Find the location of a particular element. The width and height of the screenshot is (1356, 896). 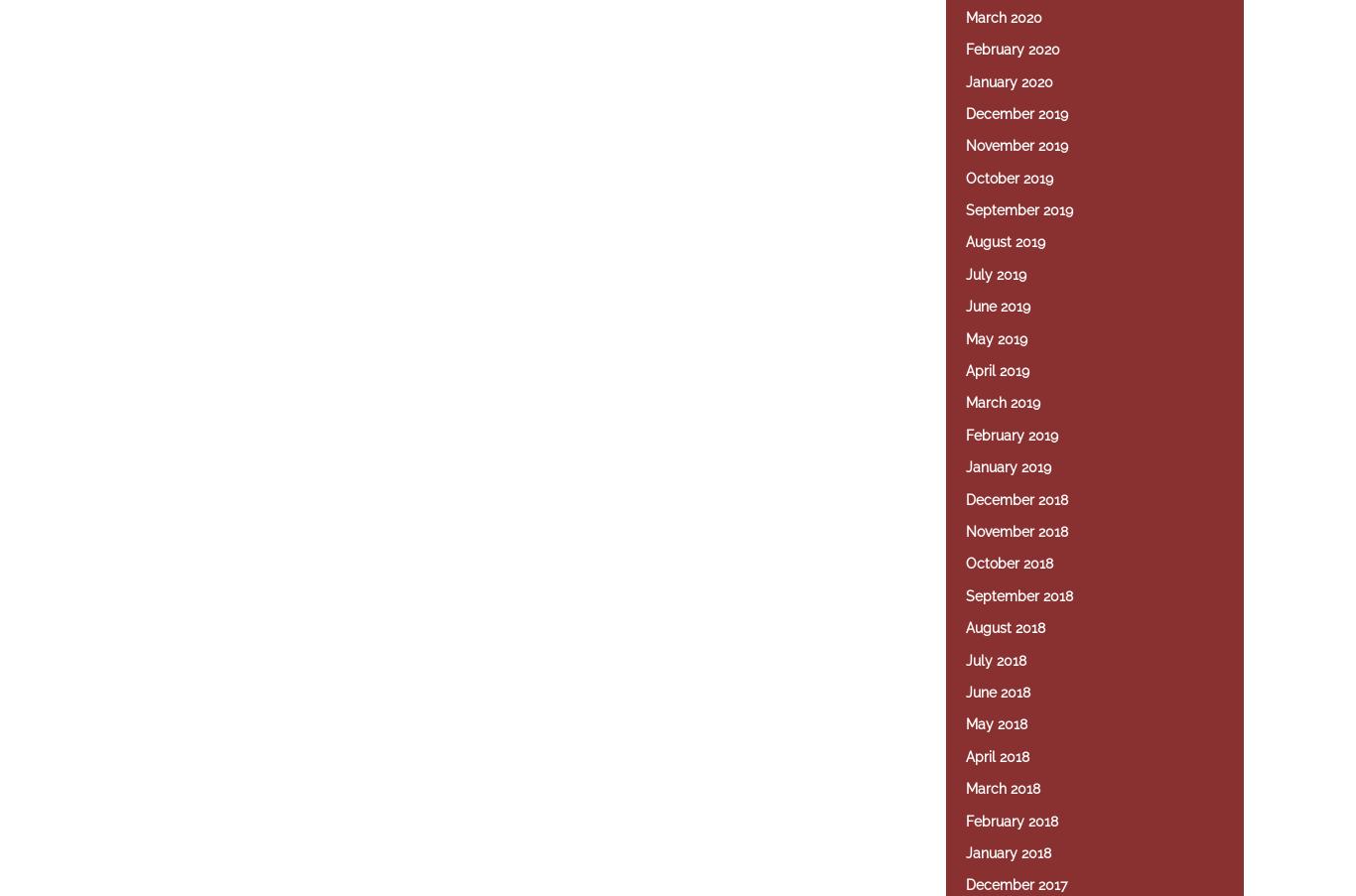

'March 2019' is located at coordinates (1003, 401).